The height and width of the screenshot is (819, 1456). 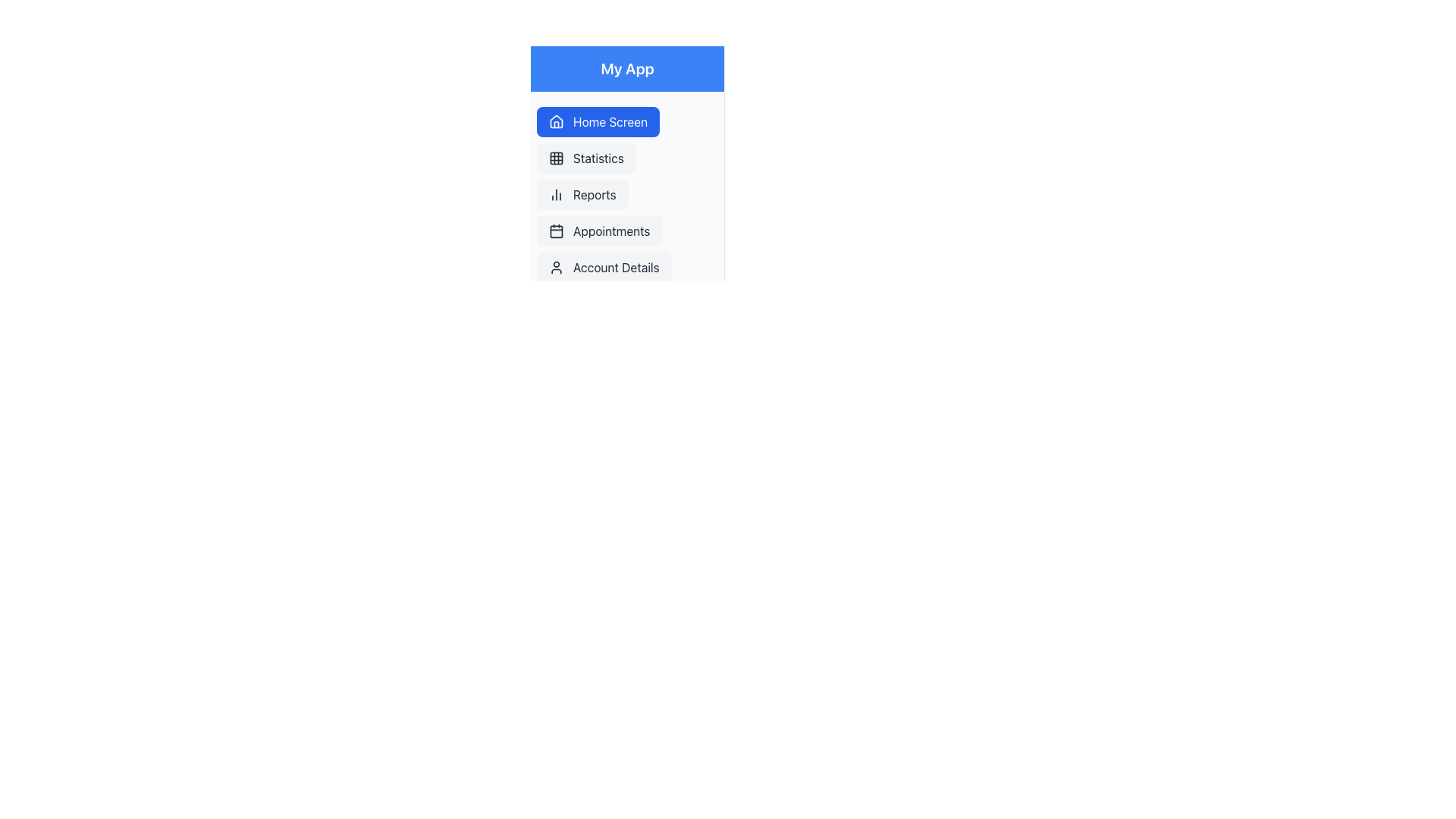 What do you see at coordinates (556, 267) in the screenshot?
I see `the user figure icon located in the sidebar menu next to the 'Account Details' text label` at bounding box center [556, 267].